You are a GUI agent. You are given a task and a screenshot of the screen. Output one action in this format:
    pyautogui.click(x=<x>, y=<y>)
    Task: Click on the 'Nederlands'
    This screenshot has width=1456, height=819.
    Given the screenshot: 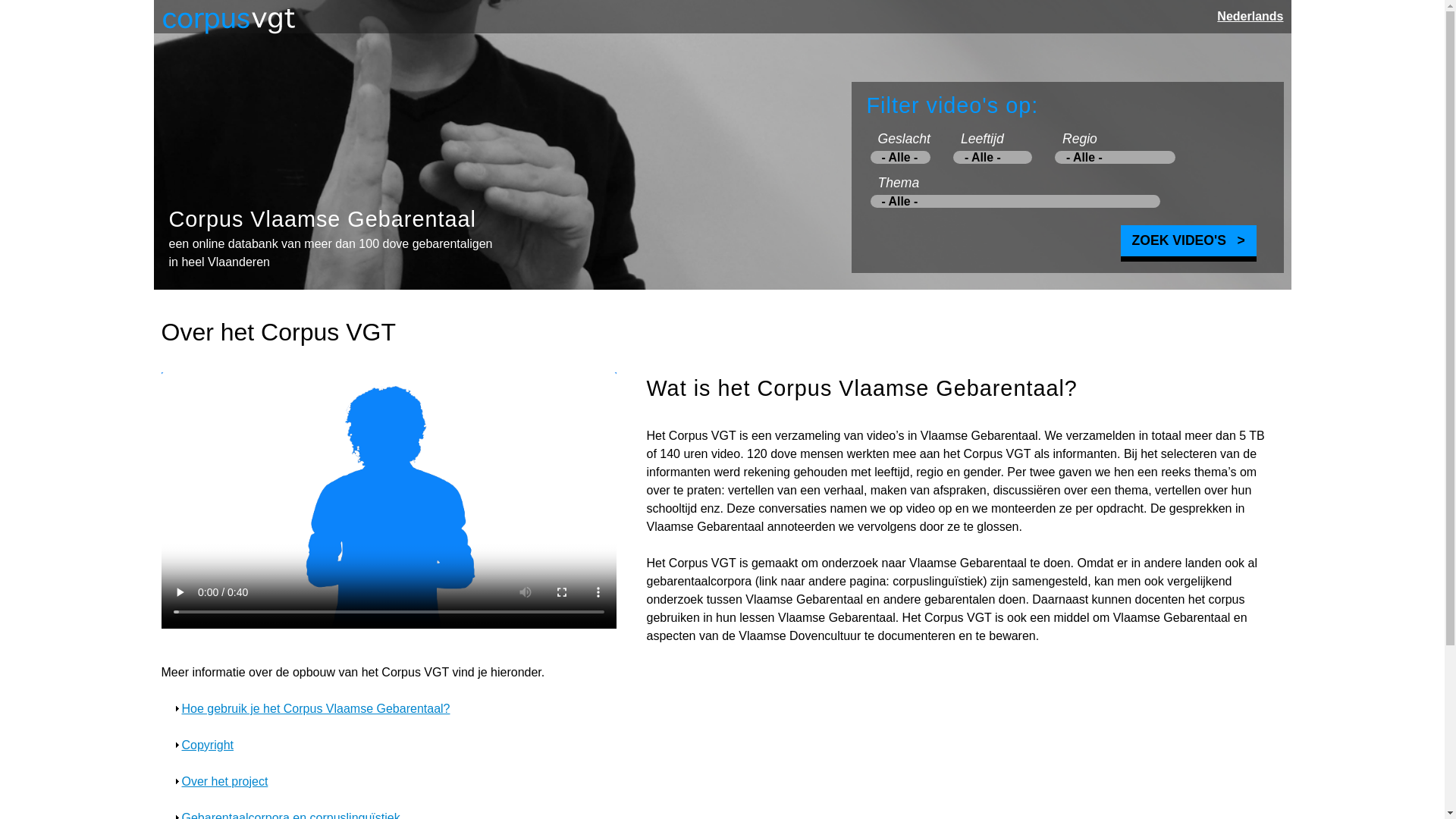 What is the action you would take?
    pyautogui.click(x=1250, y=16)
    